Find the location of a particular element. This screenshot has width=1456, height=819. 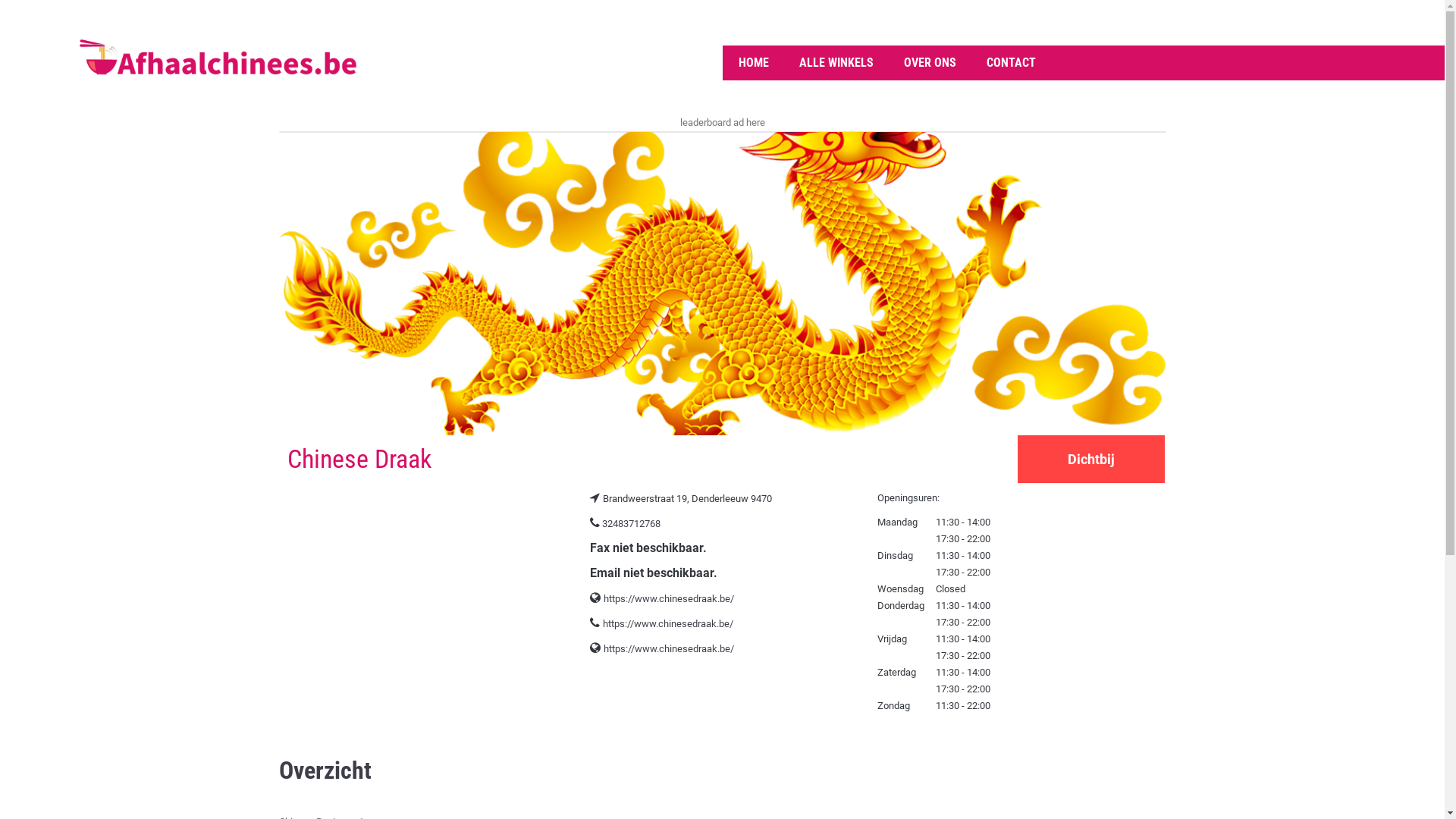

'32483712768' is located at coordinates (601, 522).